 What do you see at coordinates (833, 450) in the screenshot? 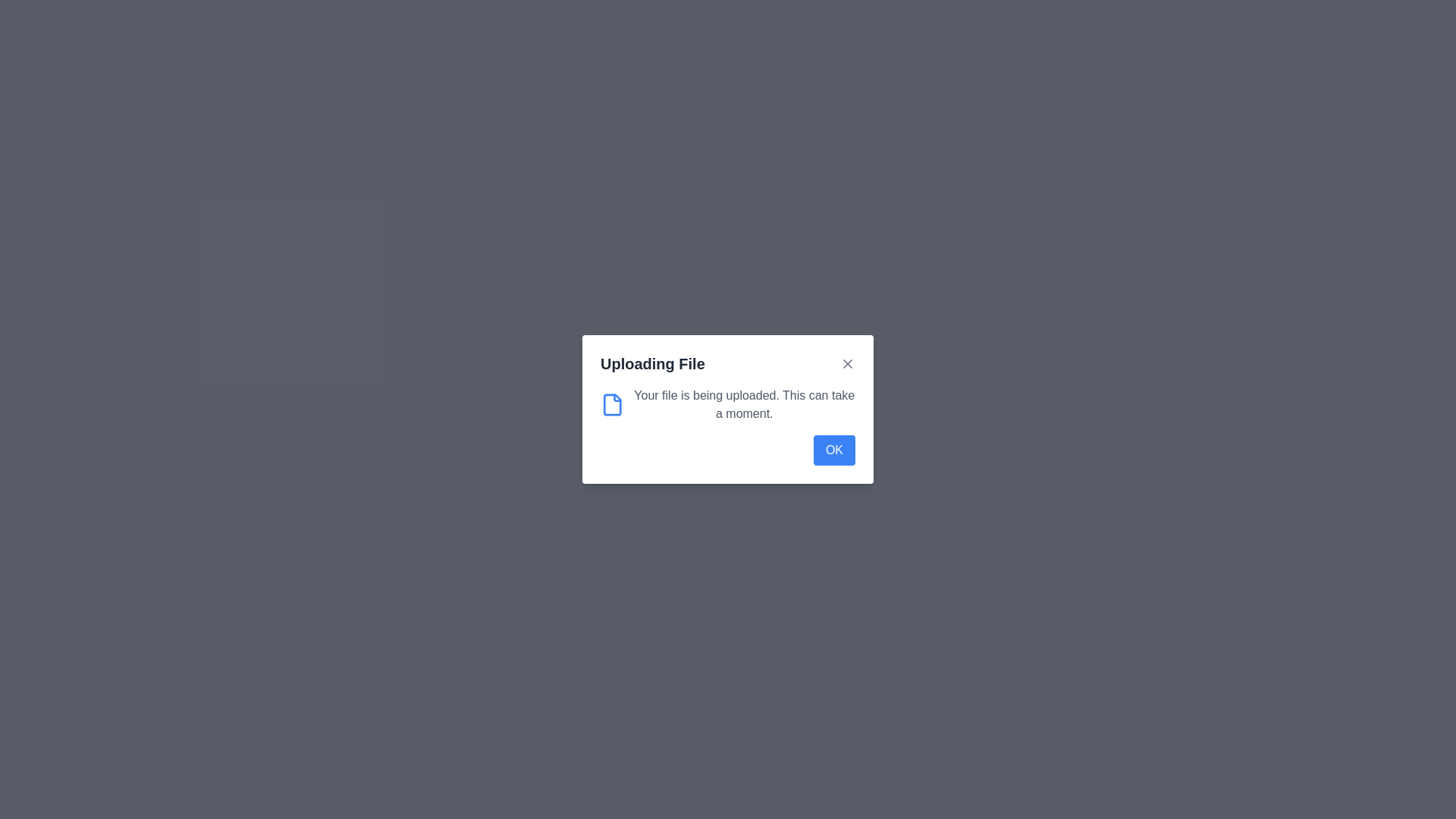
I see `the confirmation button located at the bottom-right corner of the 'Uploading File' dialog to confirm and dismiss the popup` at bounding box center [833, 450].